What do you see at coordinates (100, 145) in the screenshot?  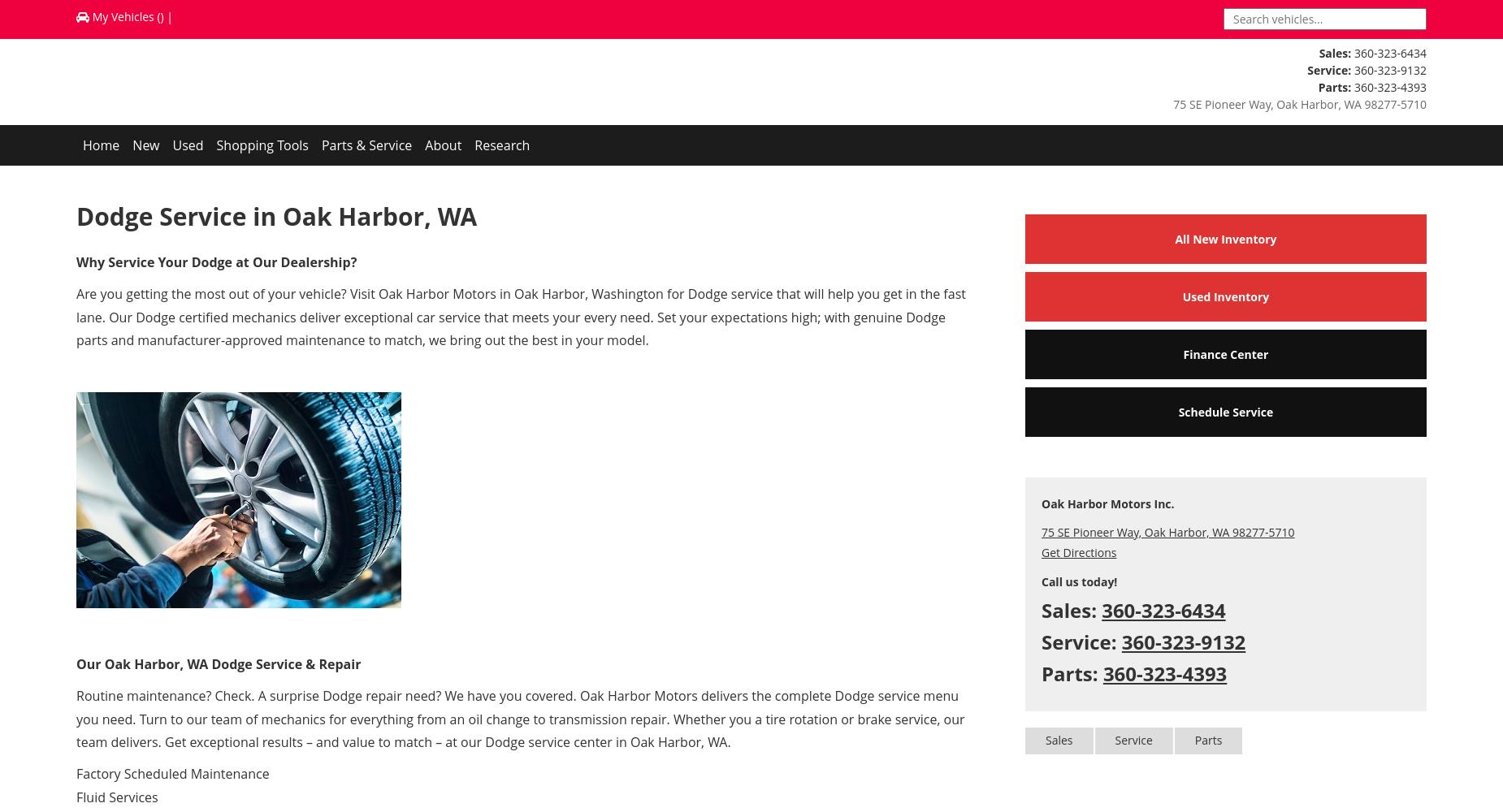 I see `'Home'` at bounding box center [100, 145].